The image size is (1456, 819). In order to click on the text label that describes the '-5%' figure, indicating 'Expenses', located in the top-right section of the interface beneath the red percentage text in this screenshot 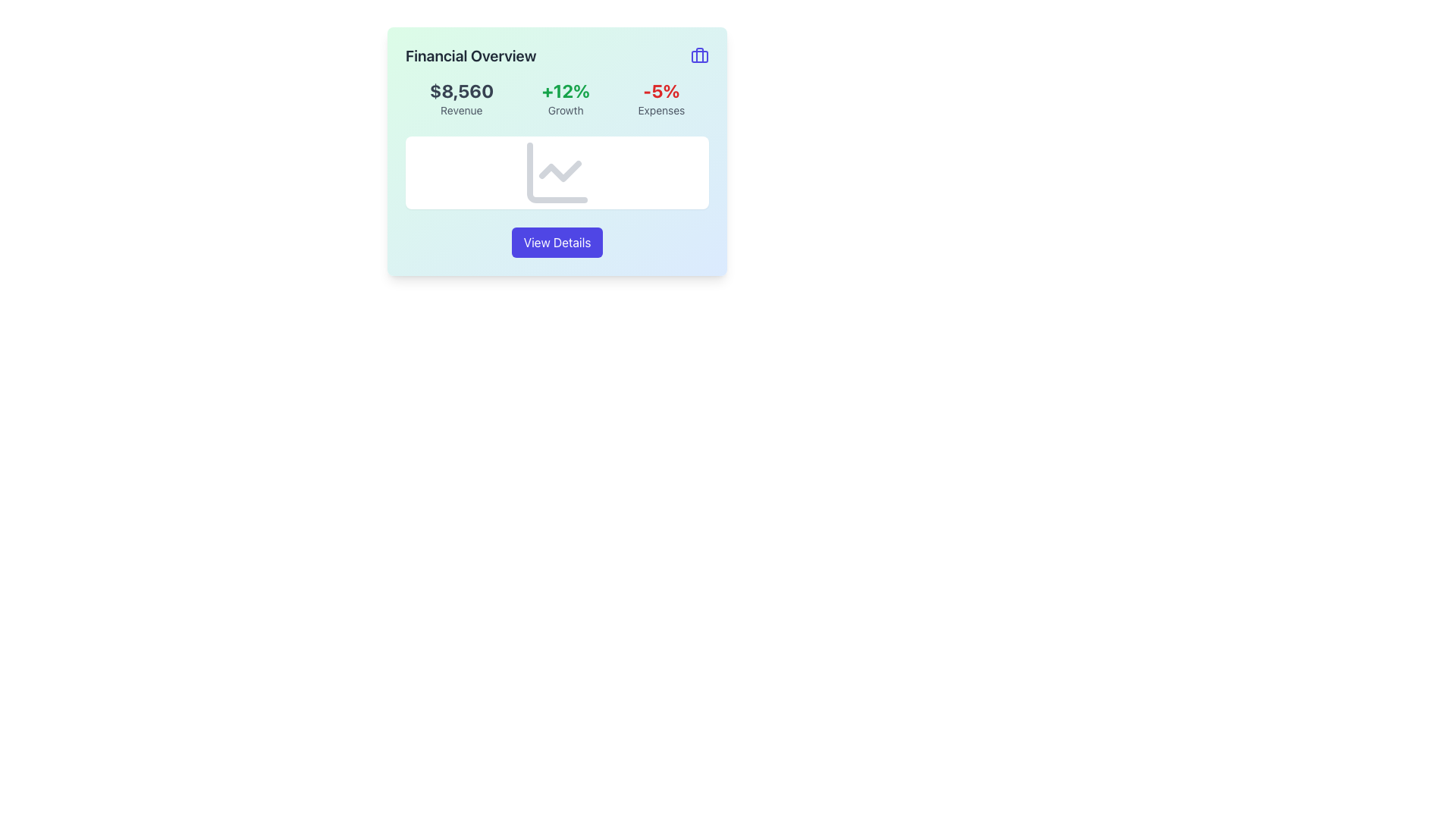, I will do `click(661, 110)`.